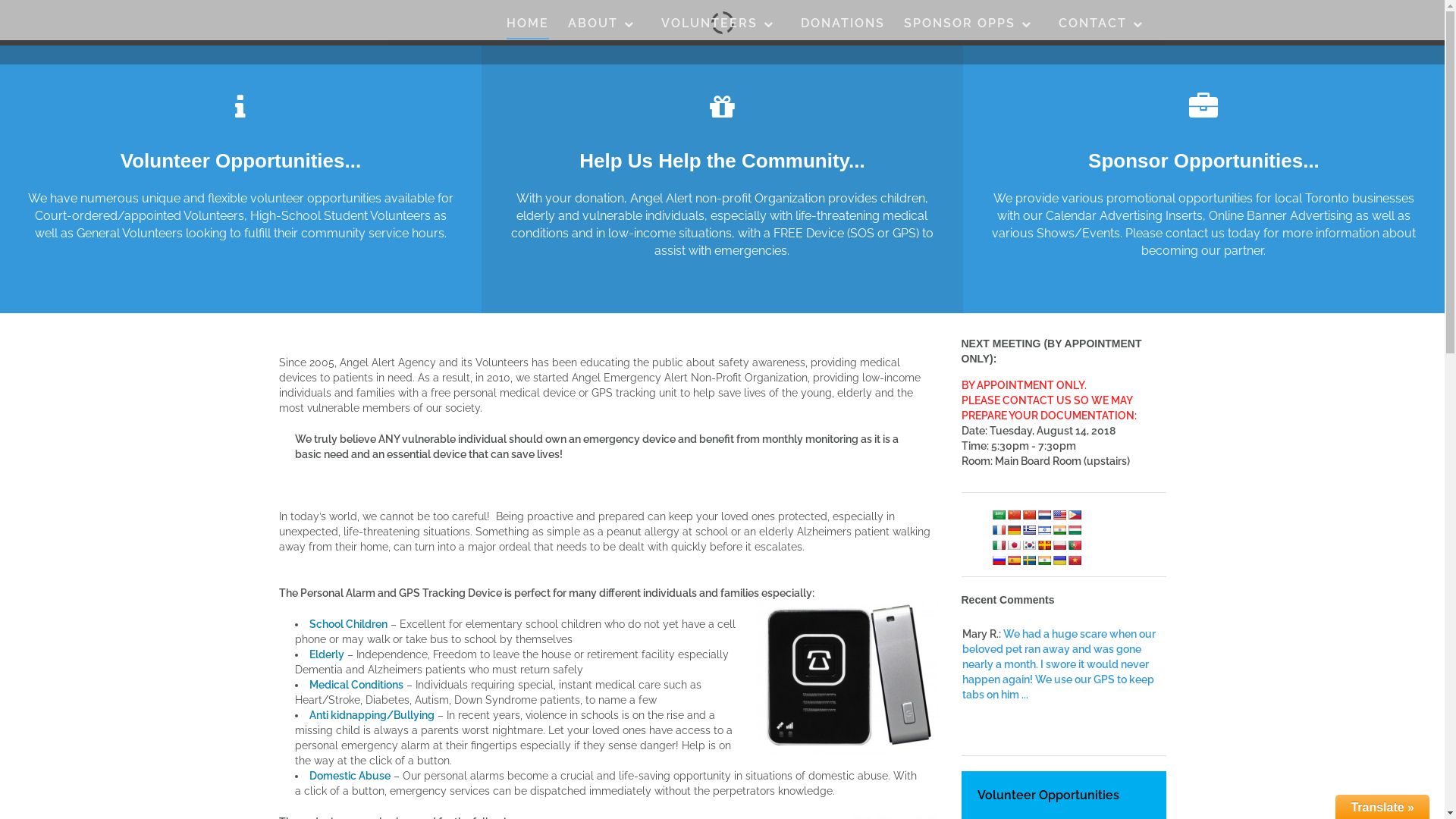 The image size is (1456, 819). What do you see at coordinates (1007, 543) in the screenshot?
I see `'Japanese'` at bounding box center [1007, 543].